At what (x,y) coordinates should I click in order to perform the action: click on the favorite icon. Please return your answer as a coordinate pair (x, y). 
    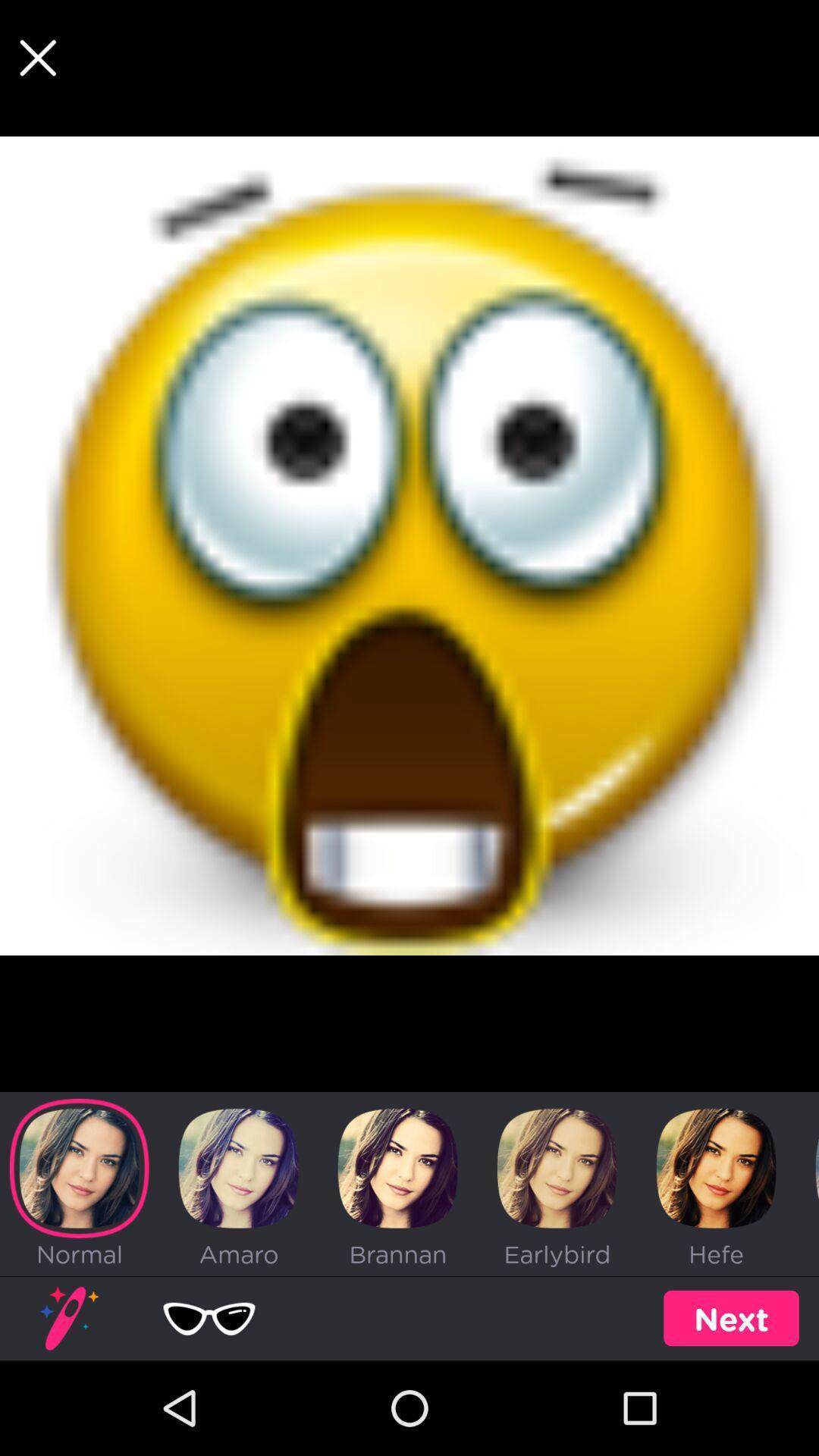
    Looking at the image, I should click on (209, 1317).